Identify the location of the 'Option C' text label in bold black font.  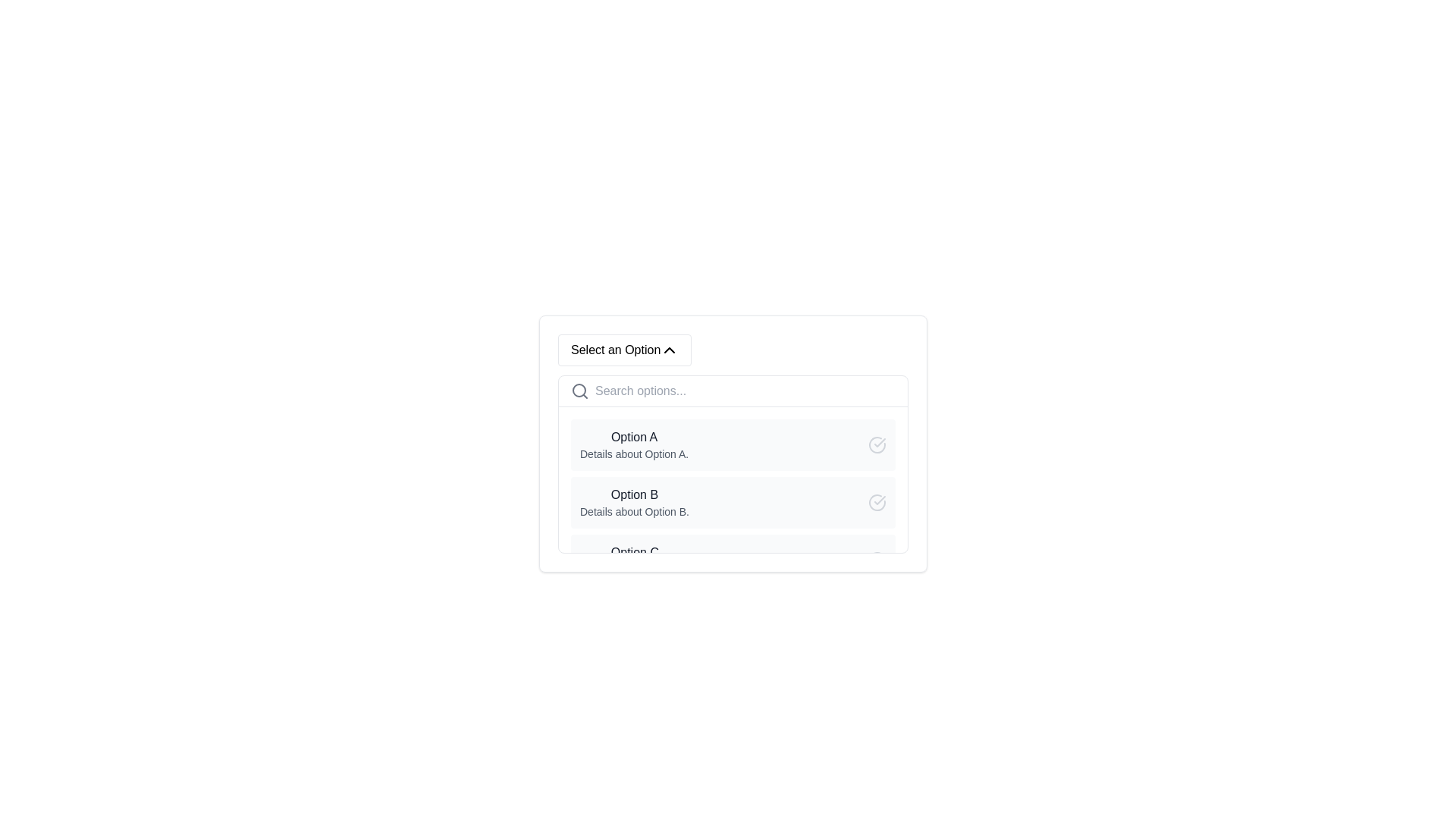
(635, 553).